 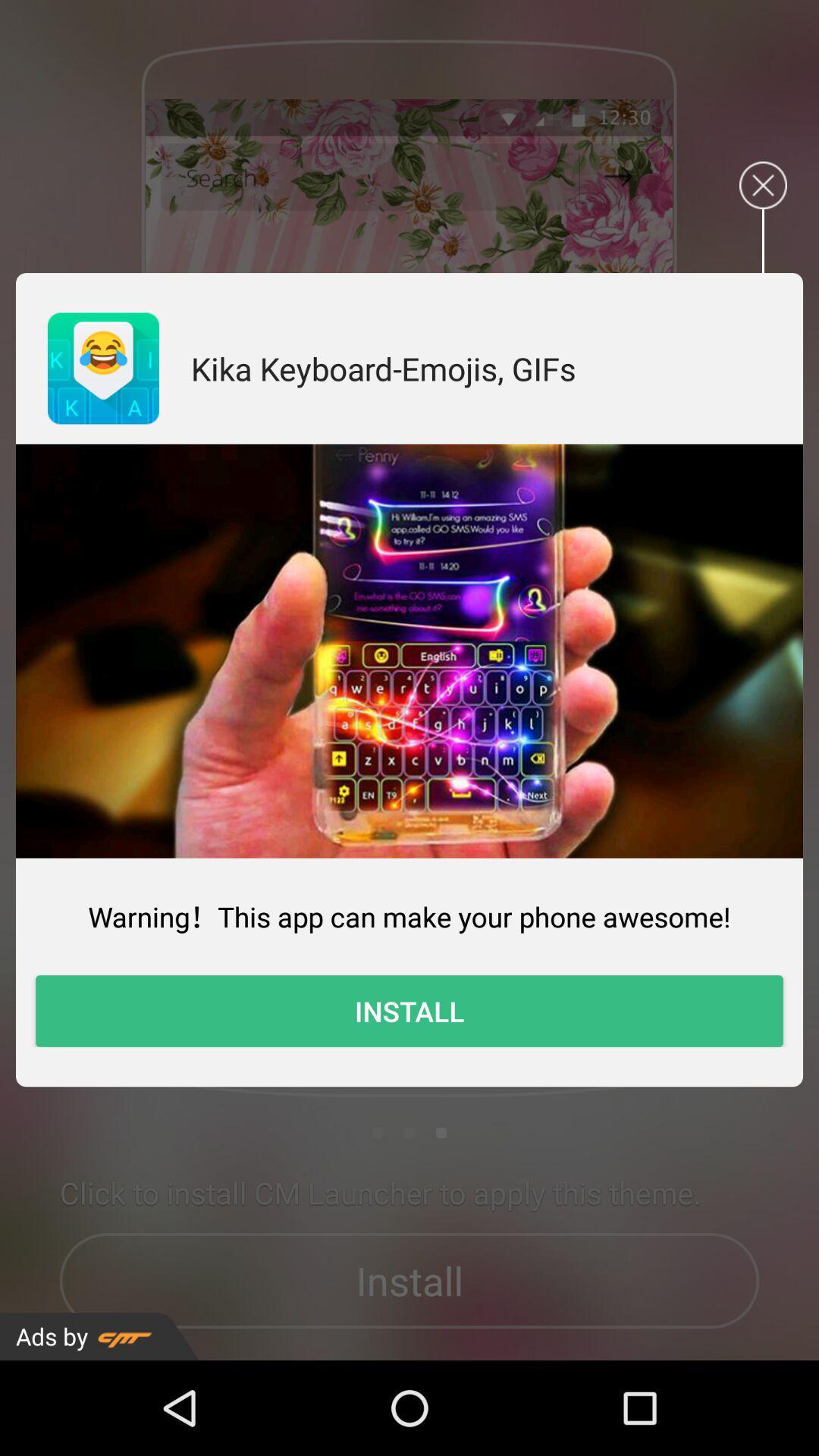 What do you see at coordinates (382, 368) in the screenshot?
I see `the item at the top` at bounding box center [382, 368].